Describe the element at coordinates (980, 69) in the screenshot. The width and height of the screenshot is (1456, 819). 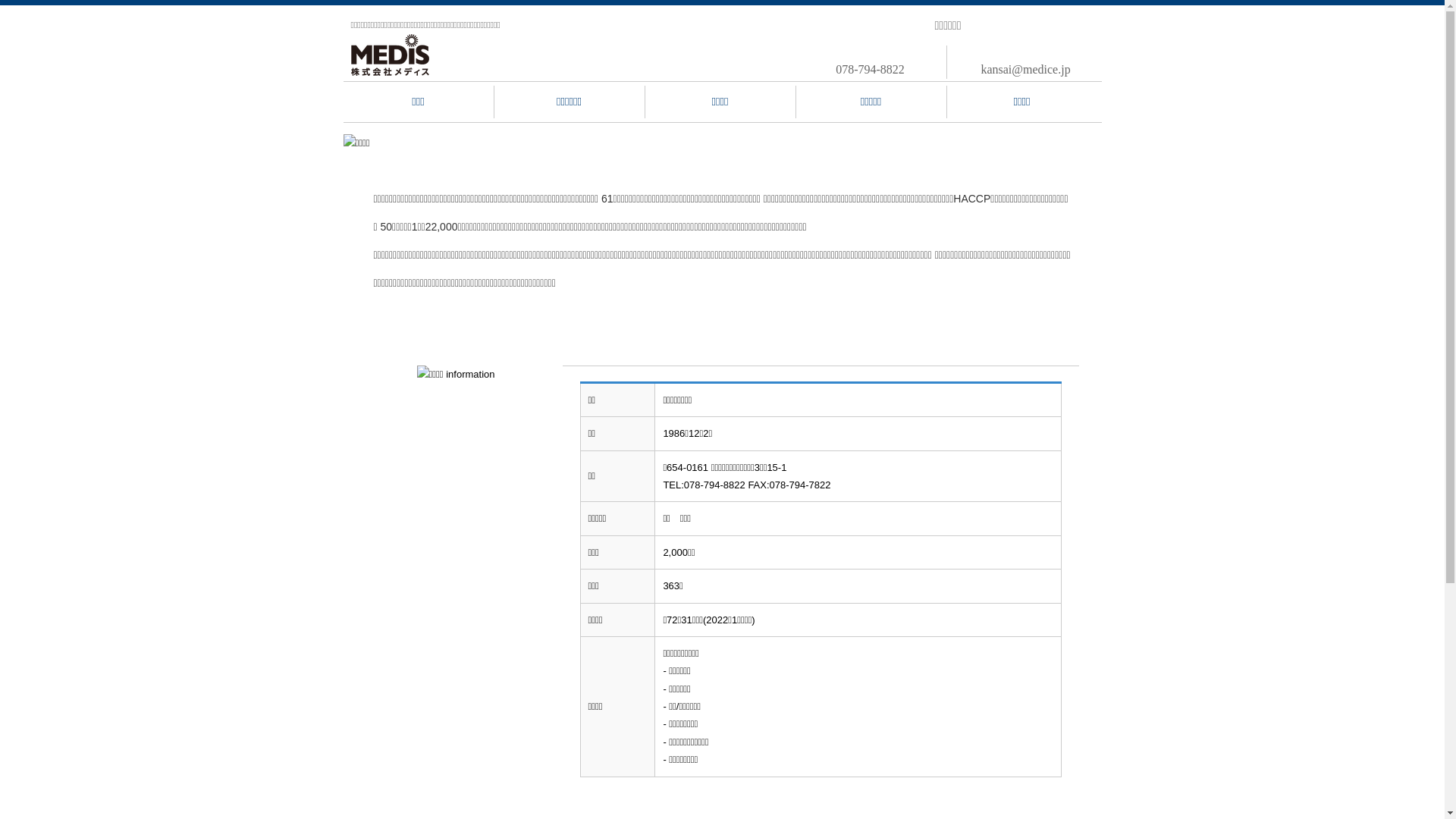
I see `'kansai@medice.jp'` at that location.